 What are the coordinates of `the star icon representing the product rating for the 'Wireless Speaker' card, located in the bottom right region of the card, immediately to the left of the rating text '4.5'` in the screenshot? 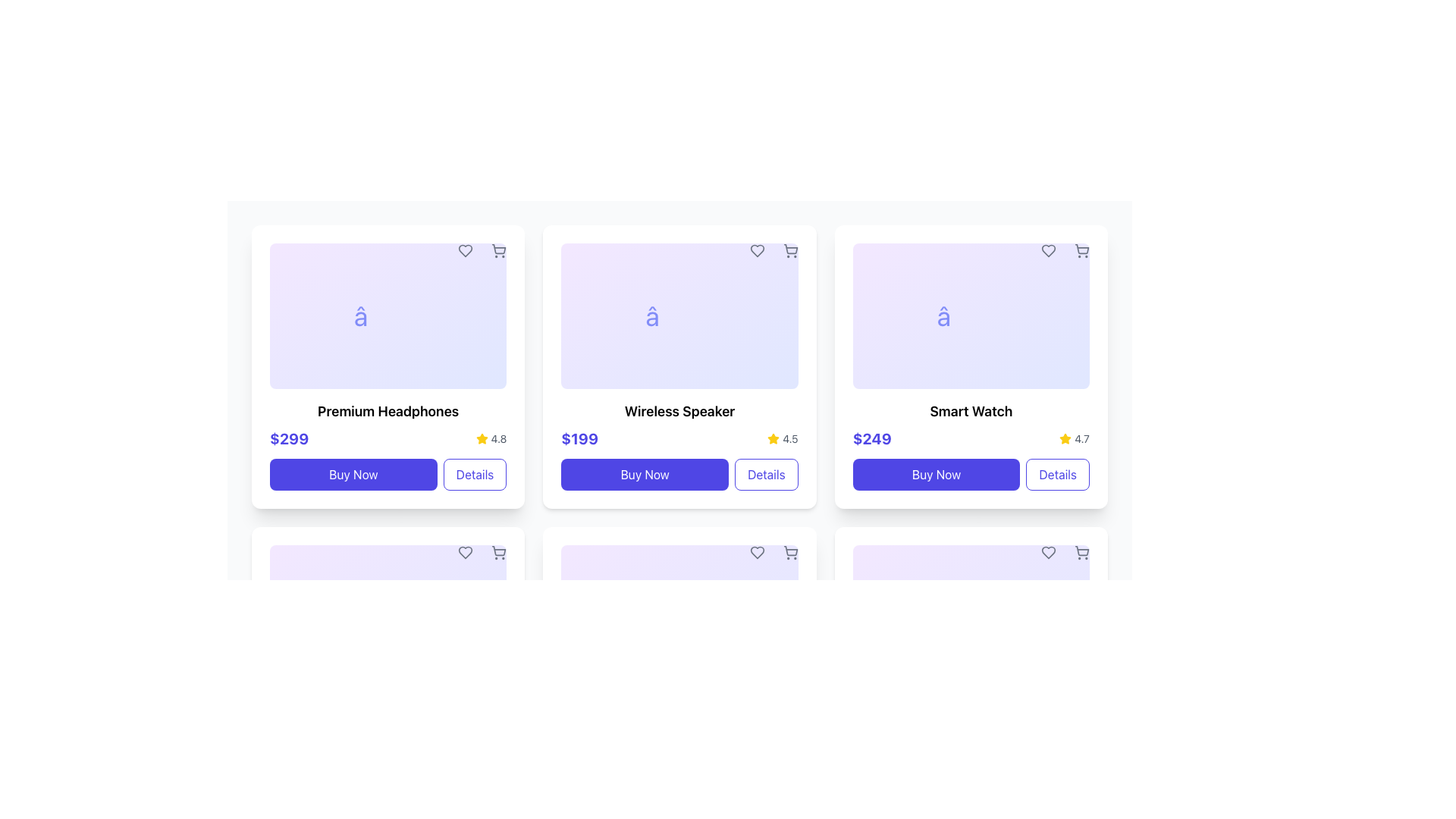 It's located at (773, 438).